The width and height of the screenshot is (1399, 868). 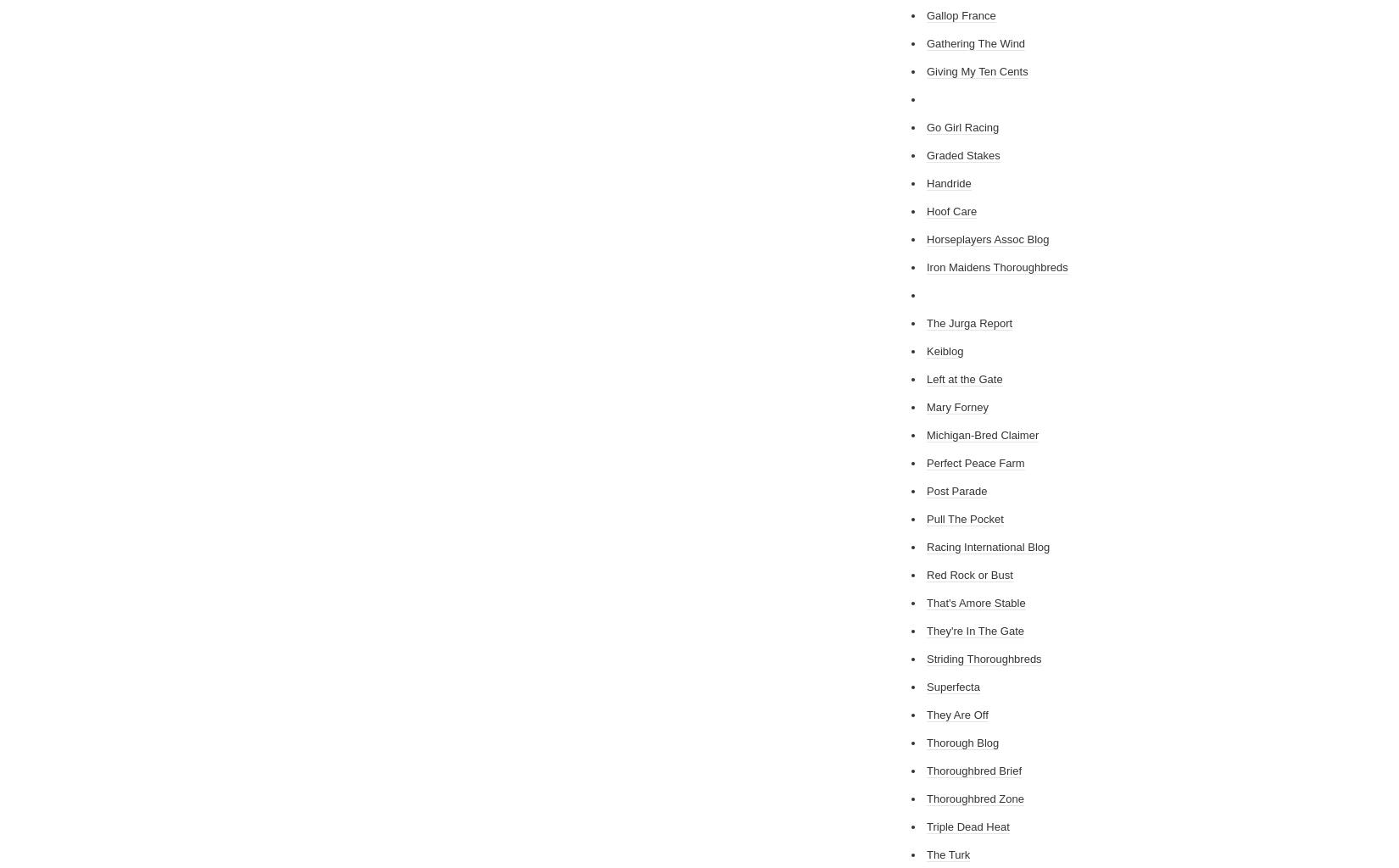 What do you see at coordinates (926, 266) in the screenshot?
I see `'Iron Maidens Thoroughbreds'` at bounding box center [926, 266].